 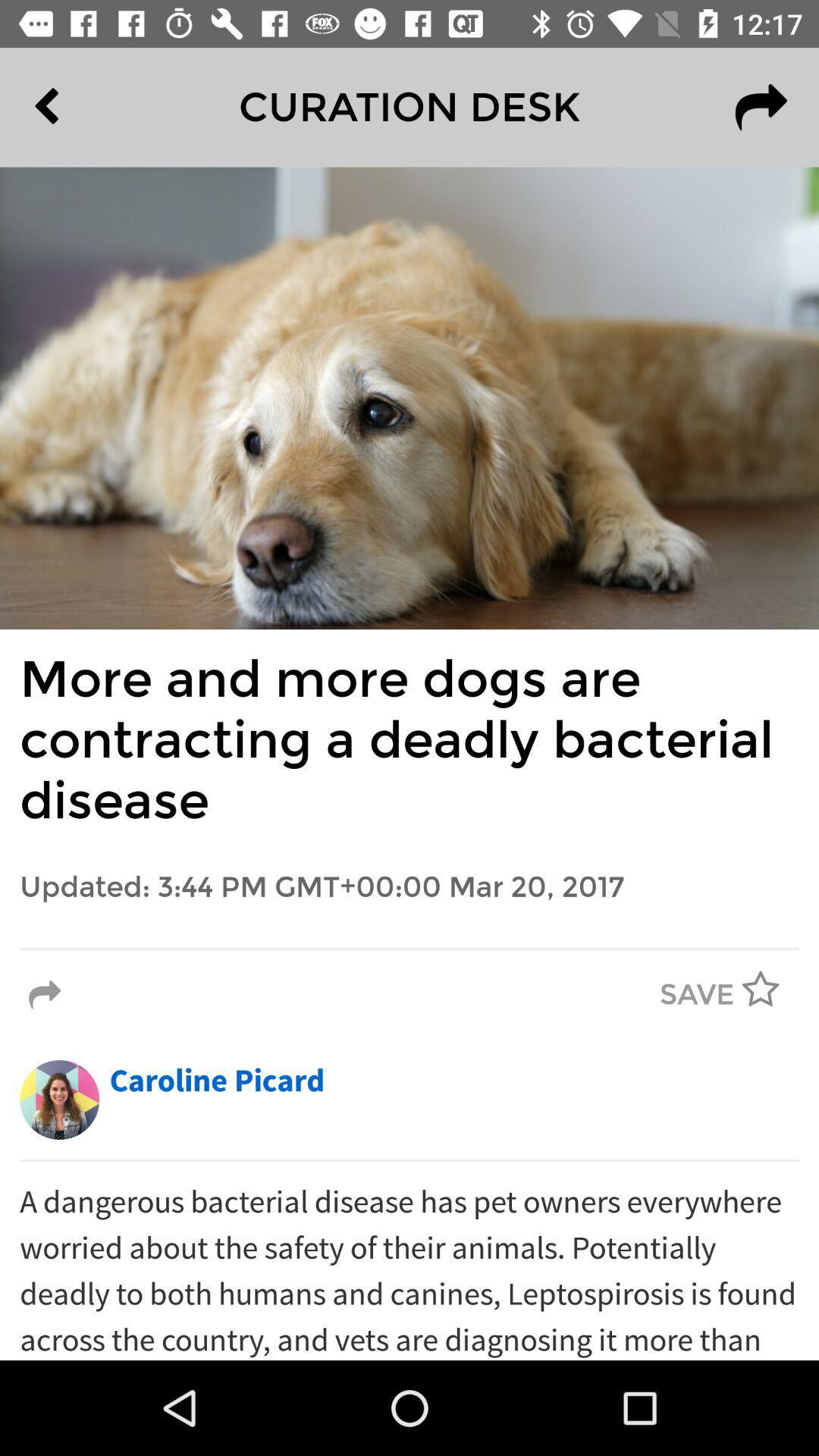 I want to click on the icon to the left of caroline picard item, so click(x=58, y=1100).